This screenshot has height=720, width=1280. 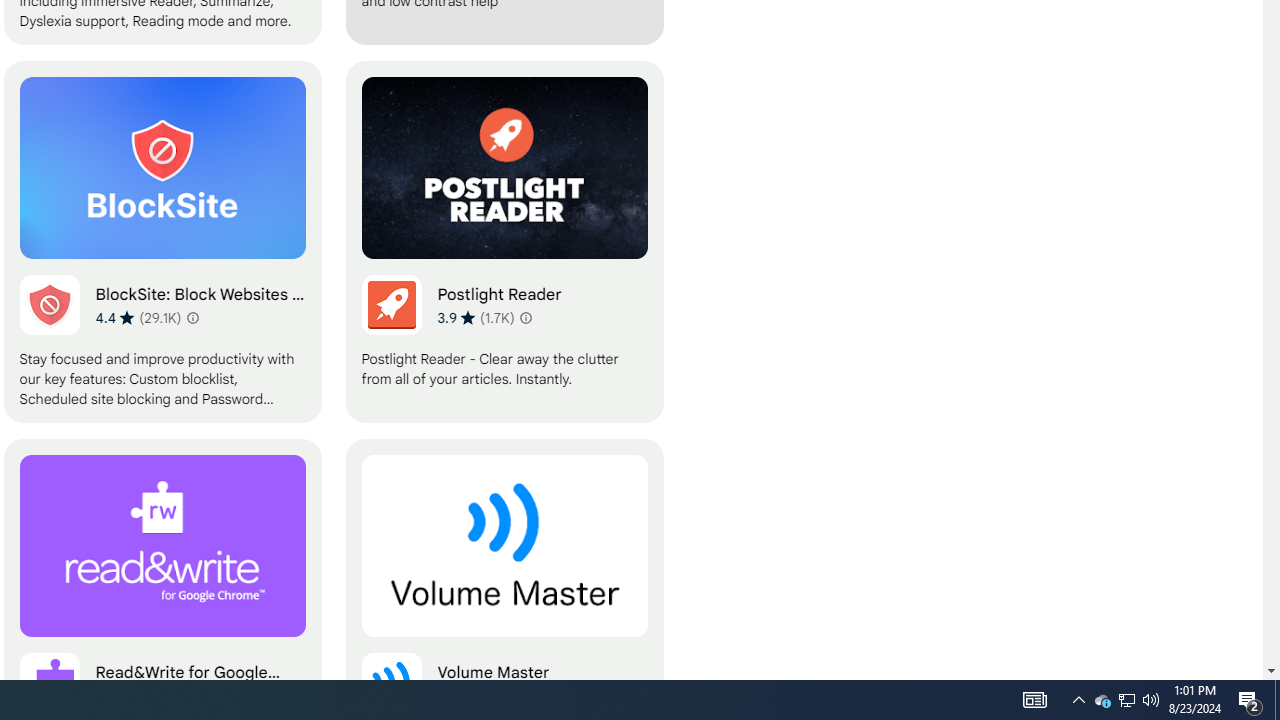 What do you see at coordinates (474, 316) in the screenshot?
I see `'Average rating 3.9 out of 5 stars. 1.7K ratings.'` at bounding box center [474, 316].